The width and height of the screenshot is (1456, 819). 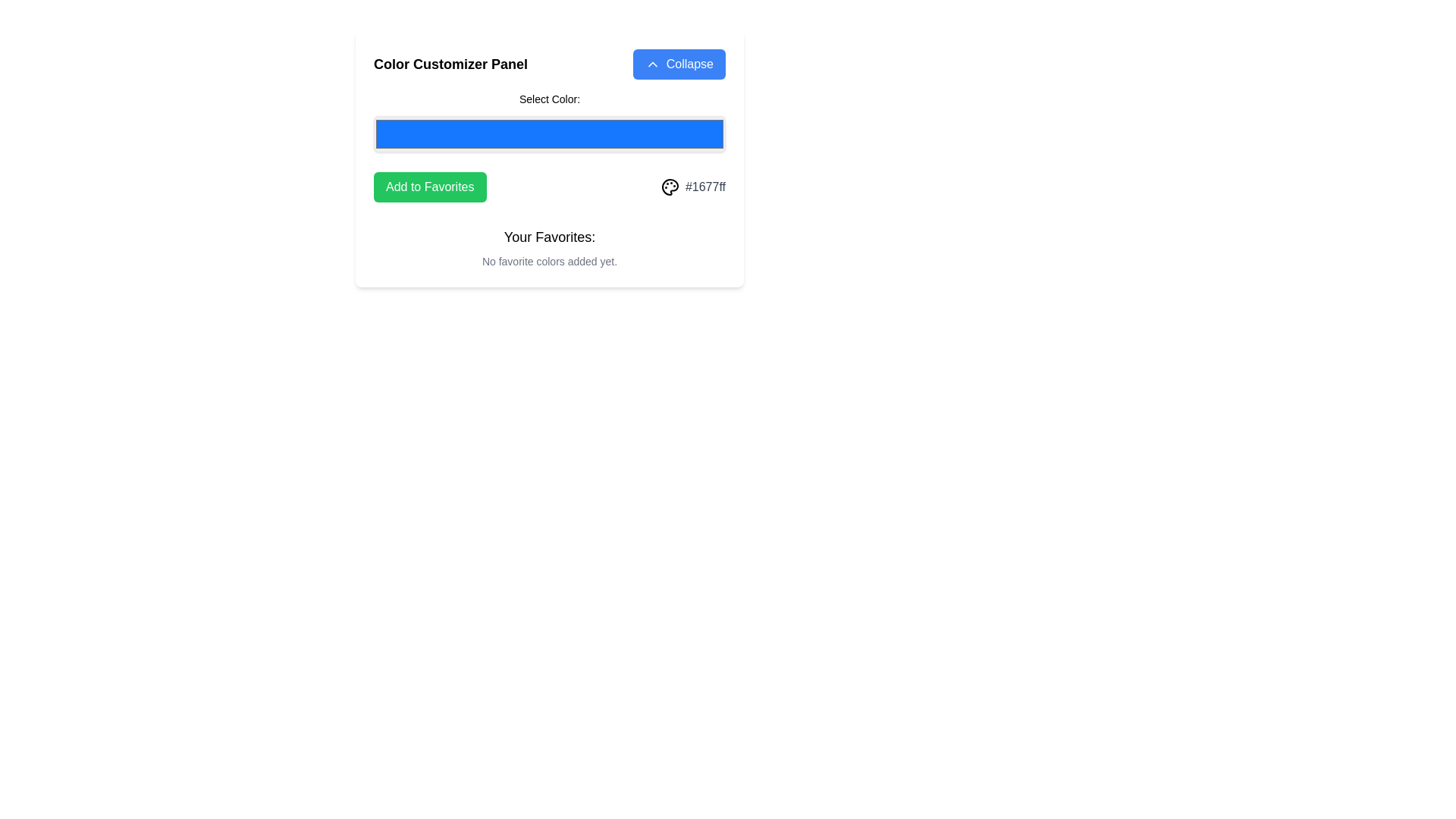 I want to click on the text label that serves as a heading for the user's favorite colors, located above the text 'No favorite colors added yet.' and below the 'Add to Favorites' button, so click(x=548, y=237).